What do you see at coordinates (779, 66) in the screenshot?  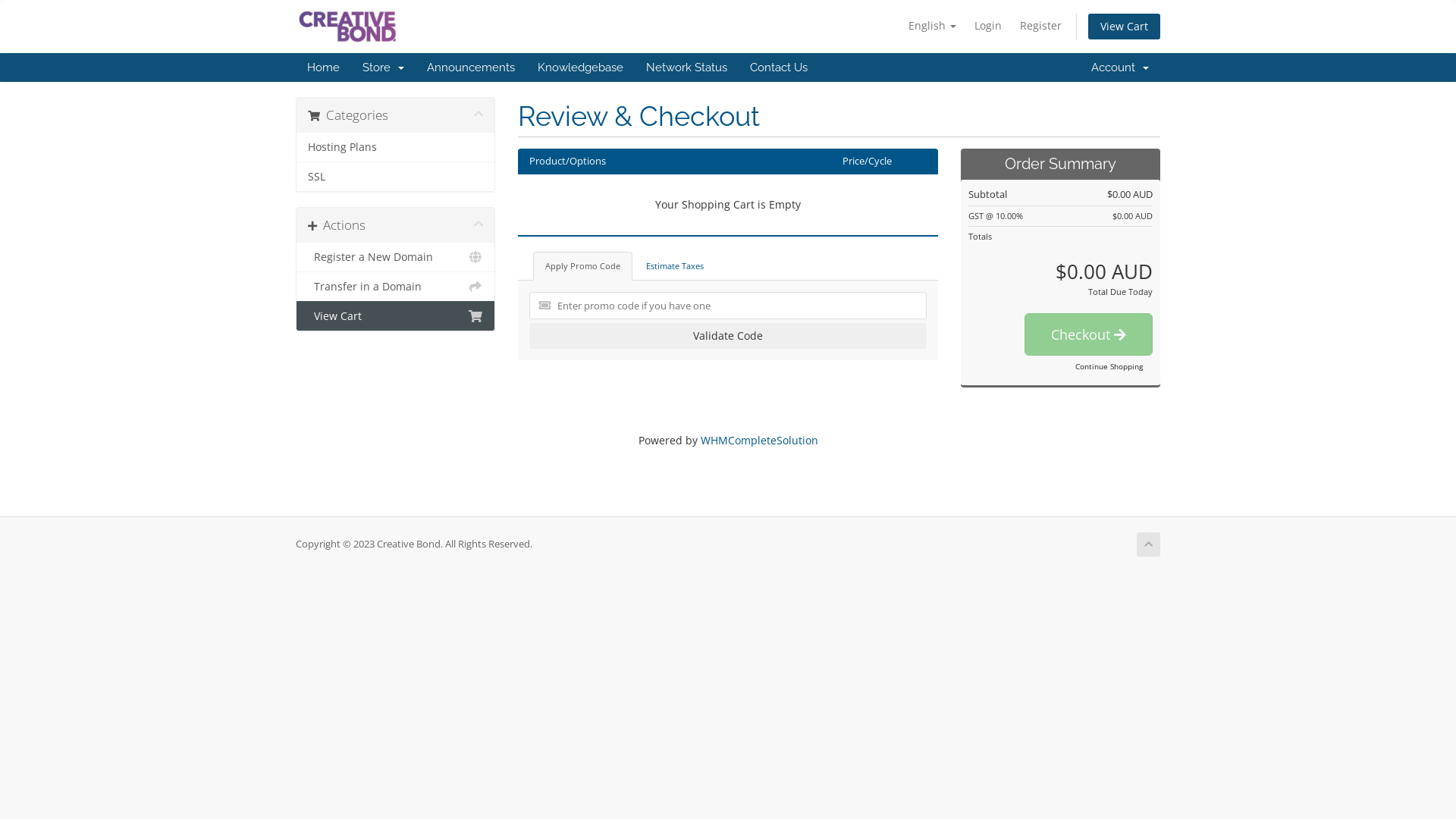 I see `'Contact Us'` at bounding box center [779, 66].